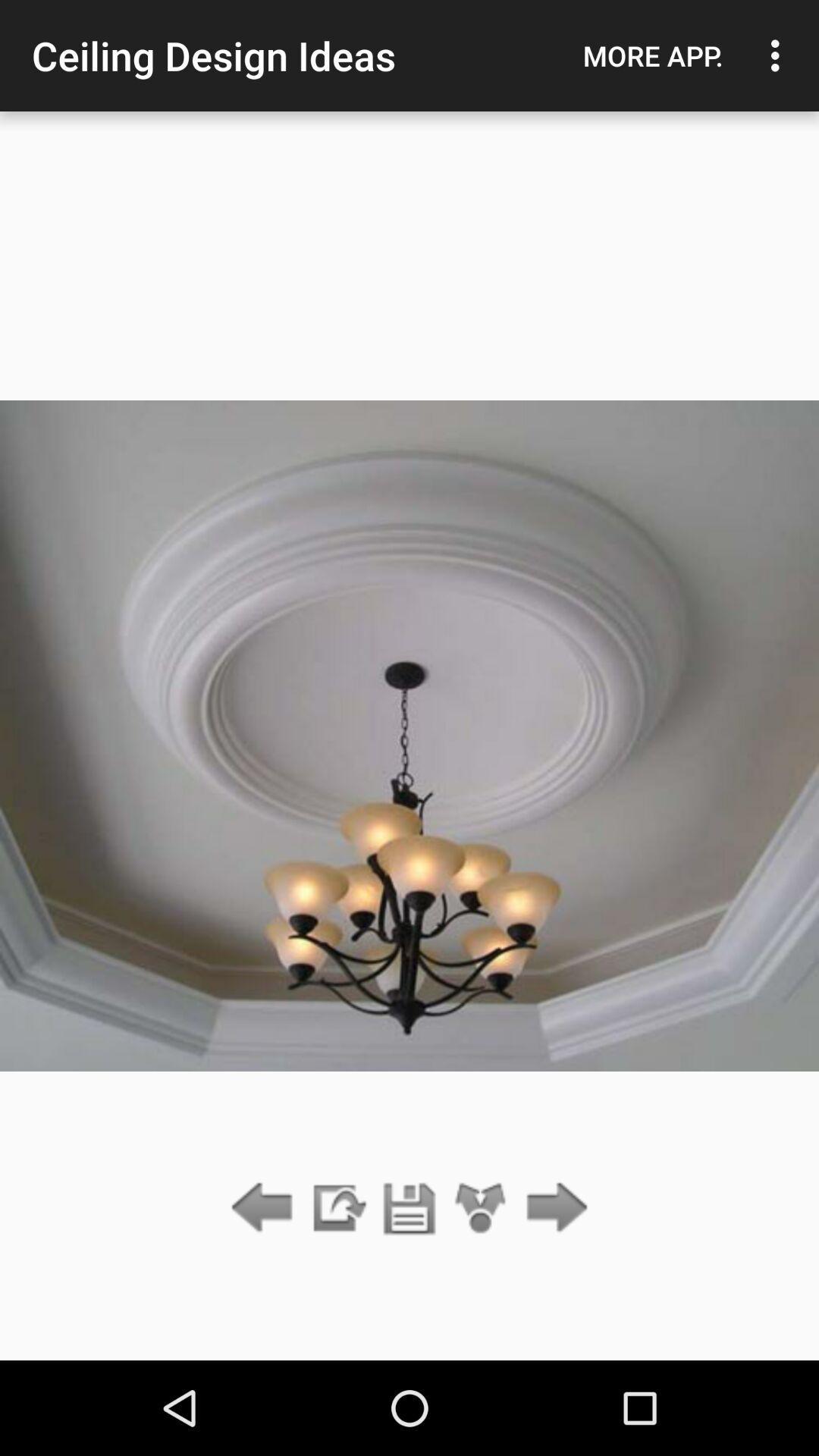  Describe the element at coordinates (553, 1208) in the screenshot. I see `go forward` at that location.